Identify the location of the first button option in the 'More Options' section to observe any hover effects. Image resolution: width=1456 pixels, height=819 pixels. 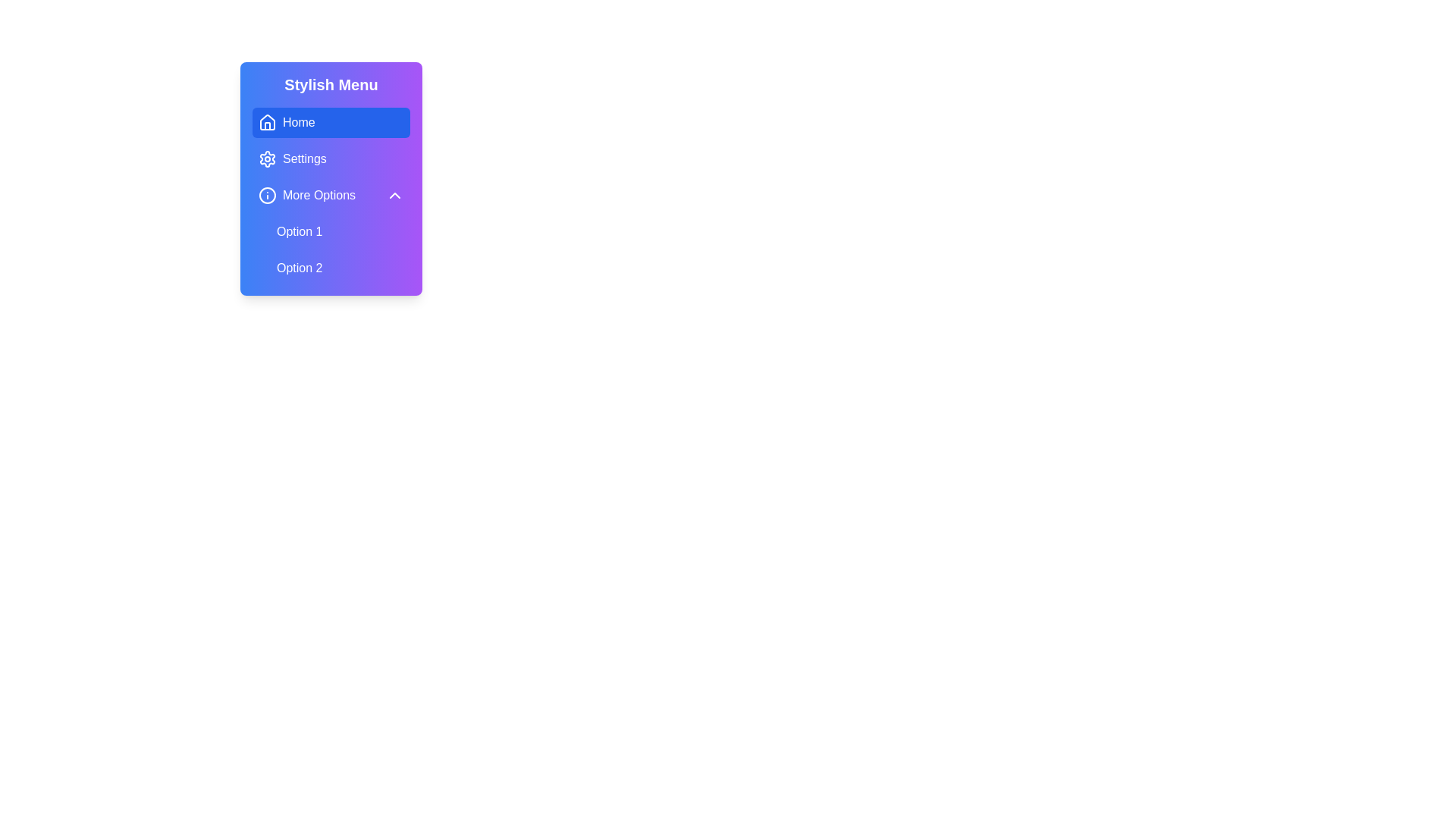
(340, 231).